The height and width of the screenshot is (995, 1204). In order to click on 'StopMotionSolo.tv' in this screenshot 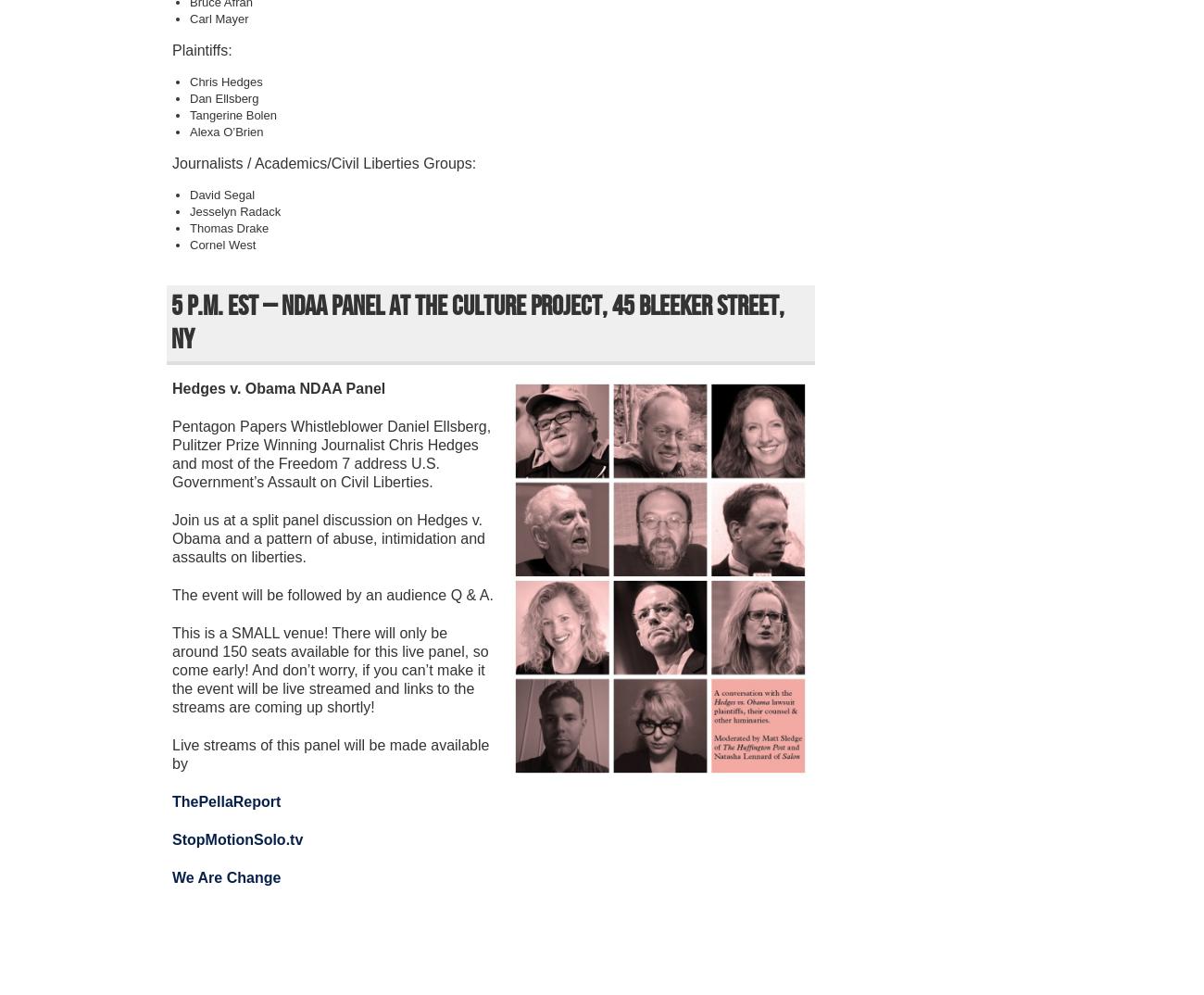, I will do `click(236, 838)`.